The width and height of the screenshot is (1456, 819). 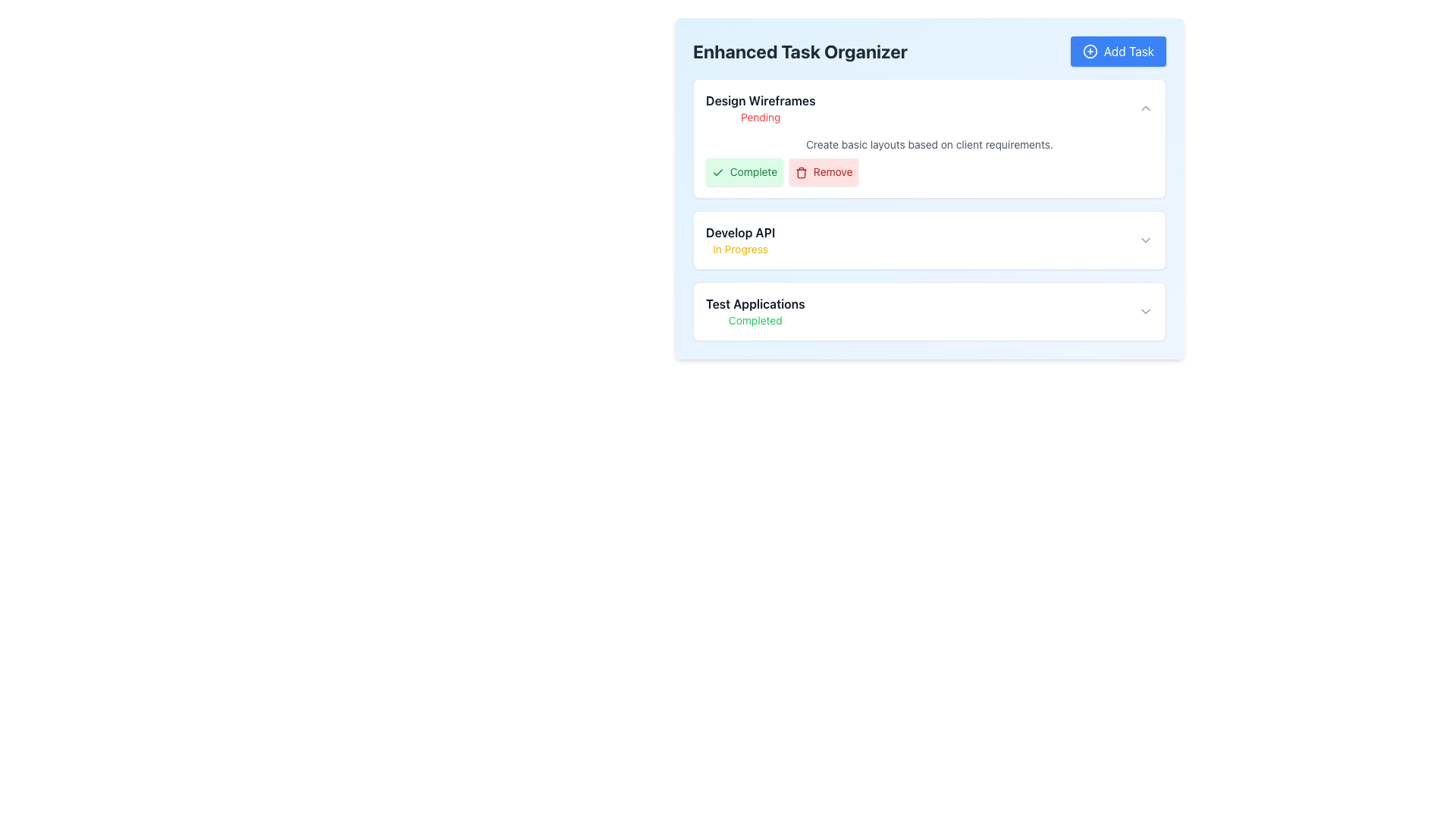 I want to click on the 'Completed' text label, displayed in green font next, so click(x=755, y=320).